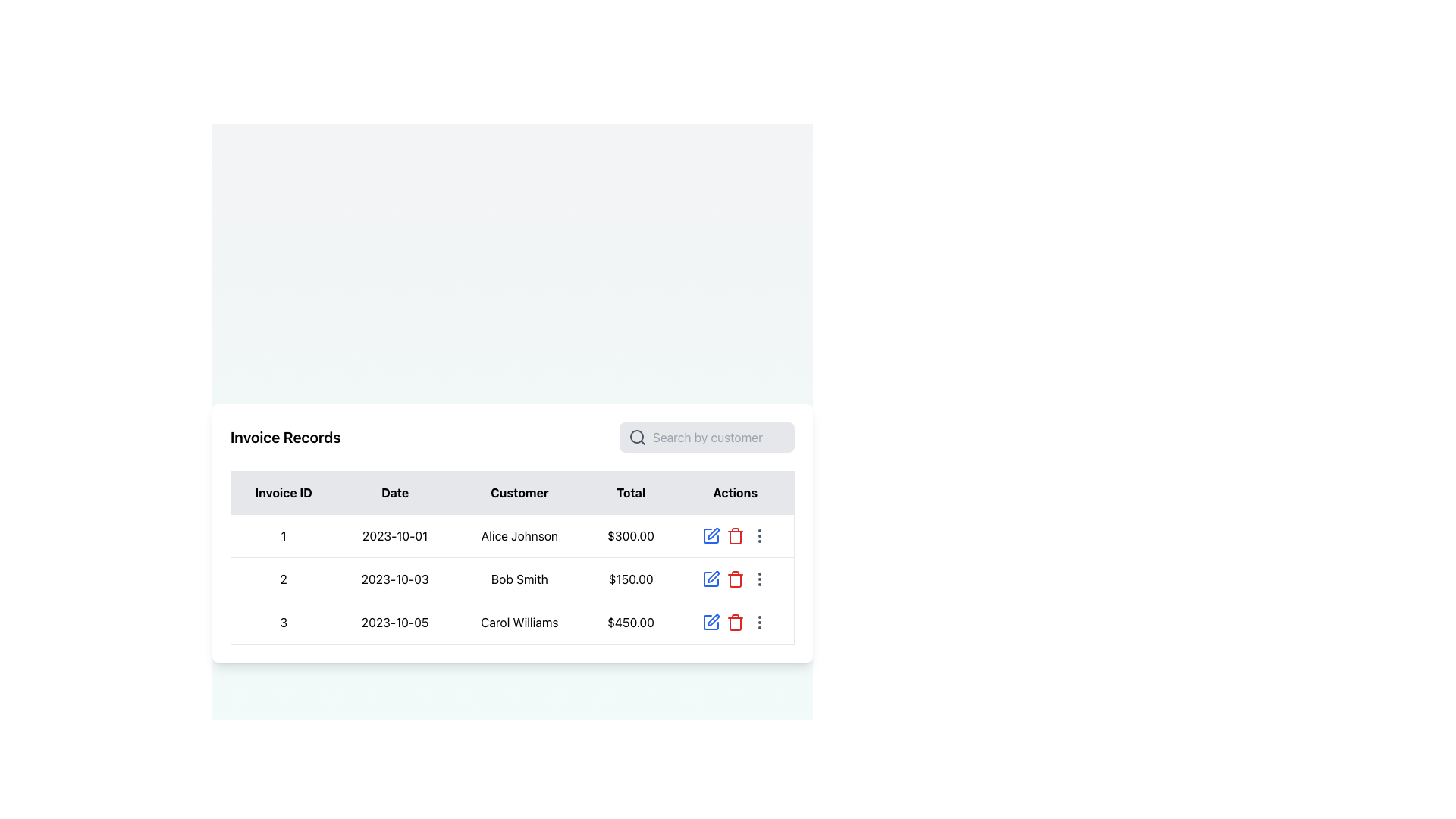 Image resolution: width=1456 pixels, height=819 pixels. What do you see at coordinates (513, 579) in the screenshot?
I see `the second row of the data table that displays detailed information for the second invoice record including the invoice ID, date, customer name, amount total, and associated actions` at bounding box center [513, 579].